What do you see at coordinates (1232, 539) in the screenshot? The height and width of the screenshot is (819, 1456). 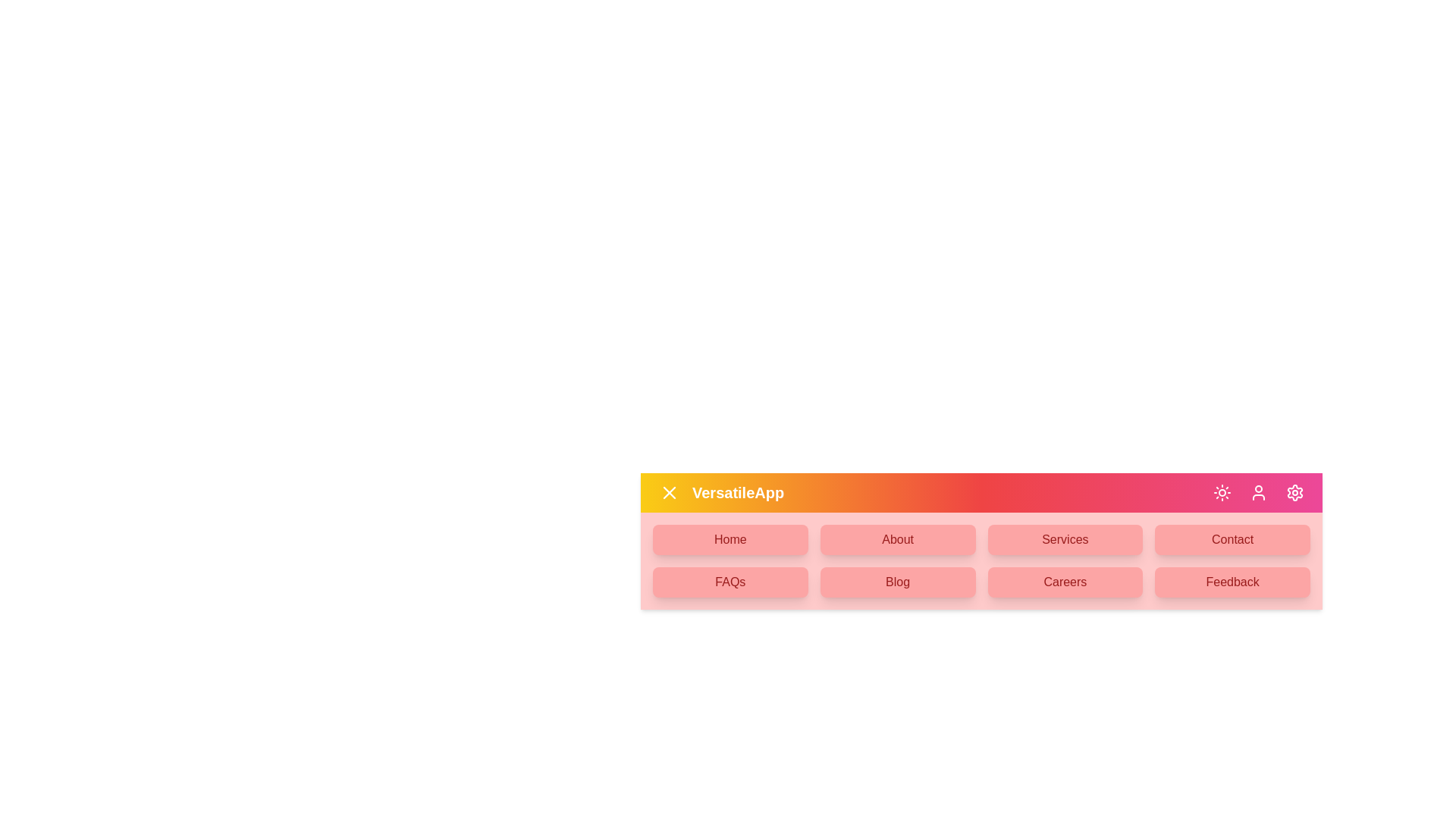 I see `the menu item Contact from the available options` at bounding box center [1232, 539].